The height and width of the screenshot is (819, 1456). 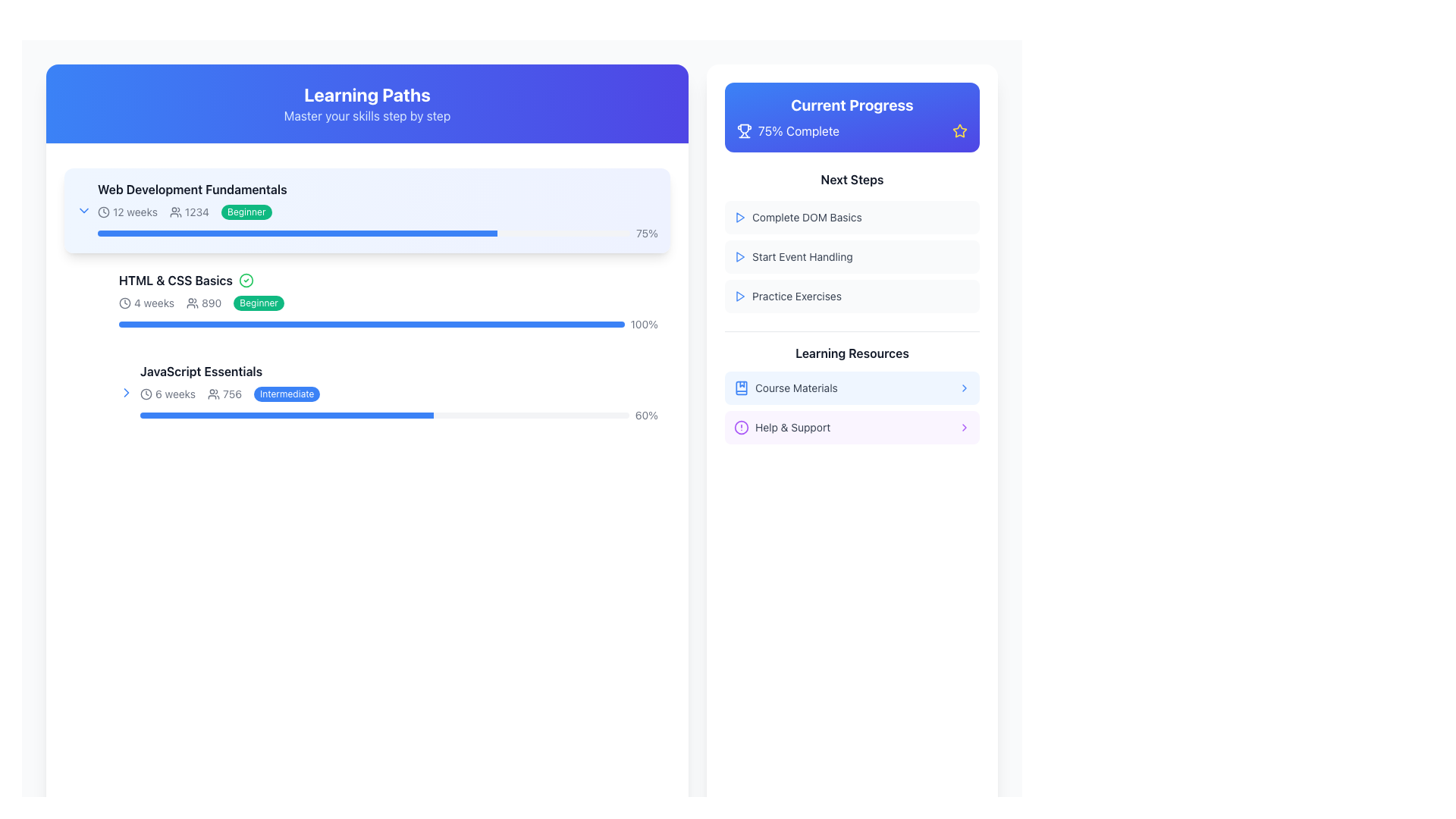 What do you see at coordinates (124, 303) in the screenshot?
I see `or interpret the clock icon located to the left of the text '4 weeks' in the 'HTML & CSS Basics' section` at bounding box center [124, 303].